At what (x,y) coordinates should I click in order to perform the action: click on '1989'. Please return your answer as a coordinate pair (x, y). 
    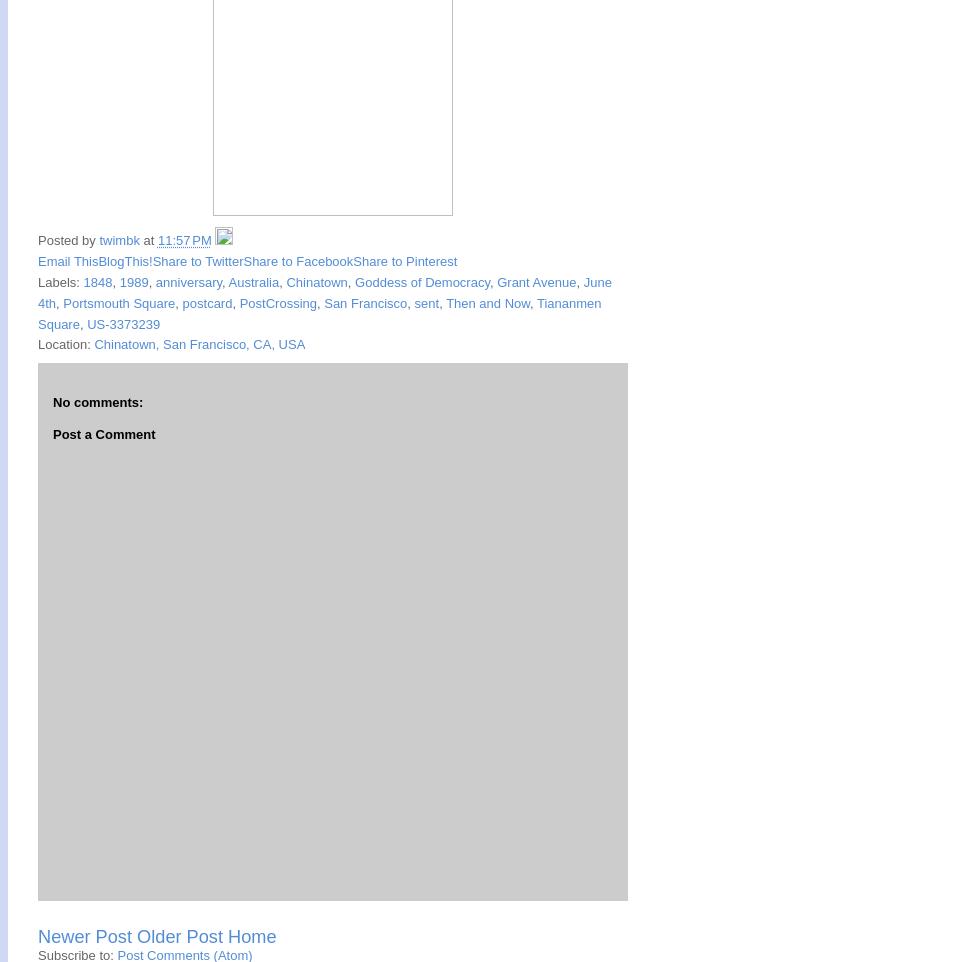
    Looking at the image, I should click on (132, 282).